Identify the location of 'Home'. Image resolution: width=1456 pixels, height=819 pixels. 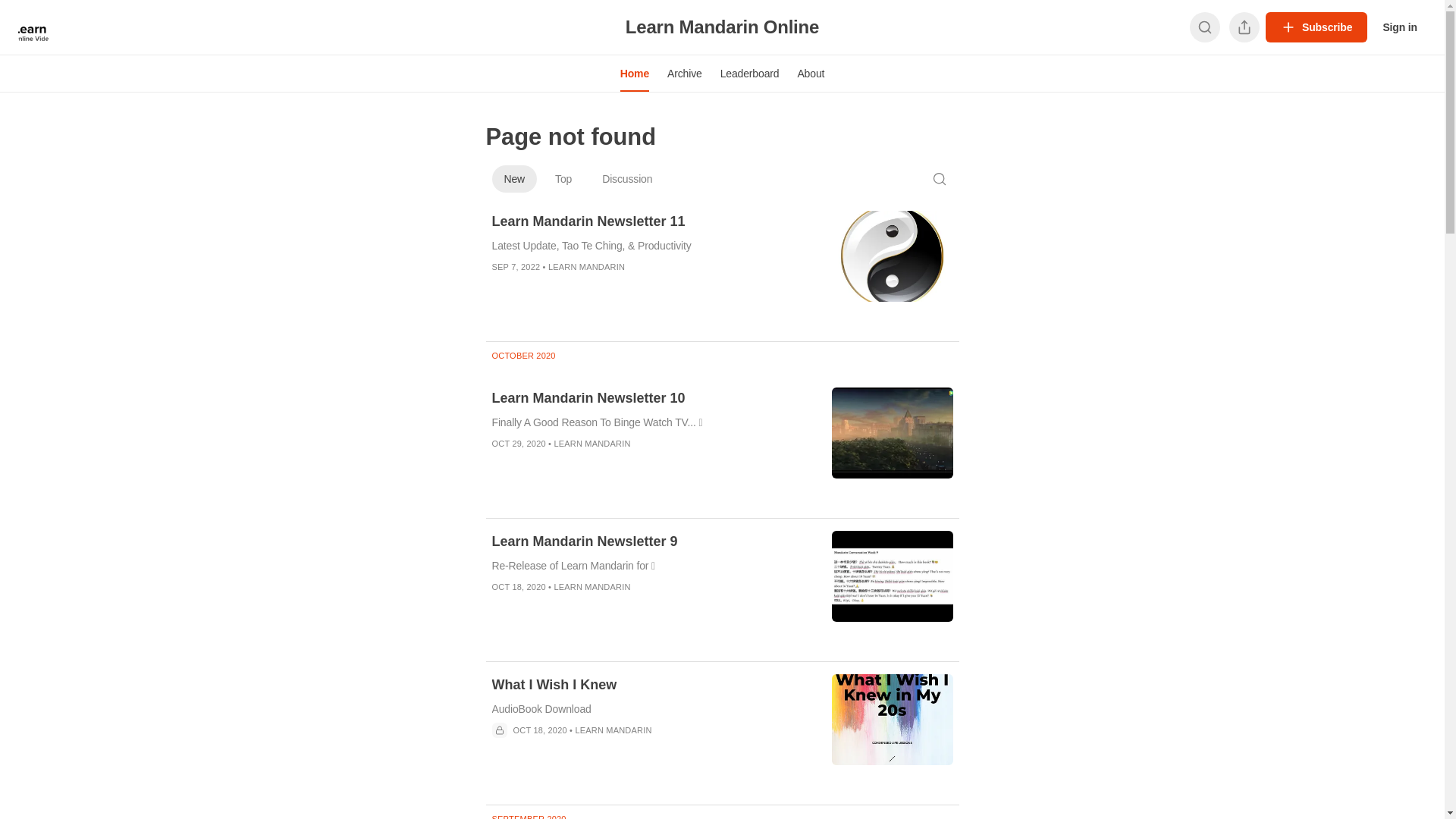
(634, 73).